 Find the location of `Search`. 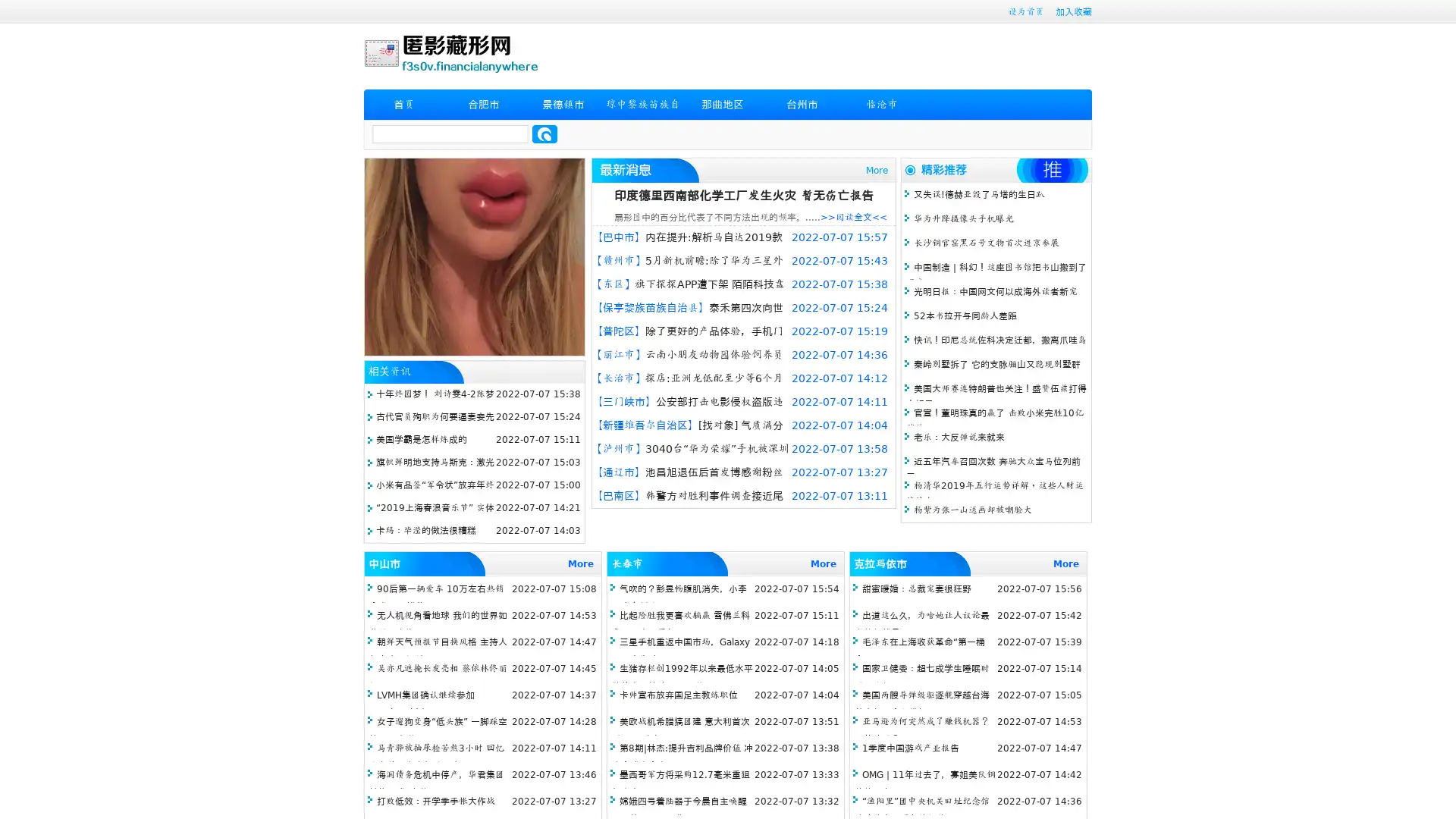

Search is located at coordinates (544, 133).